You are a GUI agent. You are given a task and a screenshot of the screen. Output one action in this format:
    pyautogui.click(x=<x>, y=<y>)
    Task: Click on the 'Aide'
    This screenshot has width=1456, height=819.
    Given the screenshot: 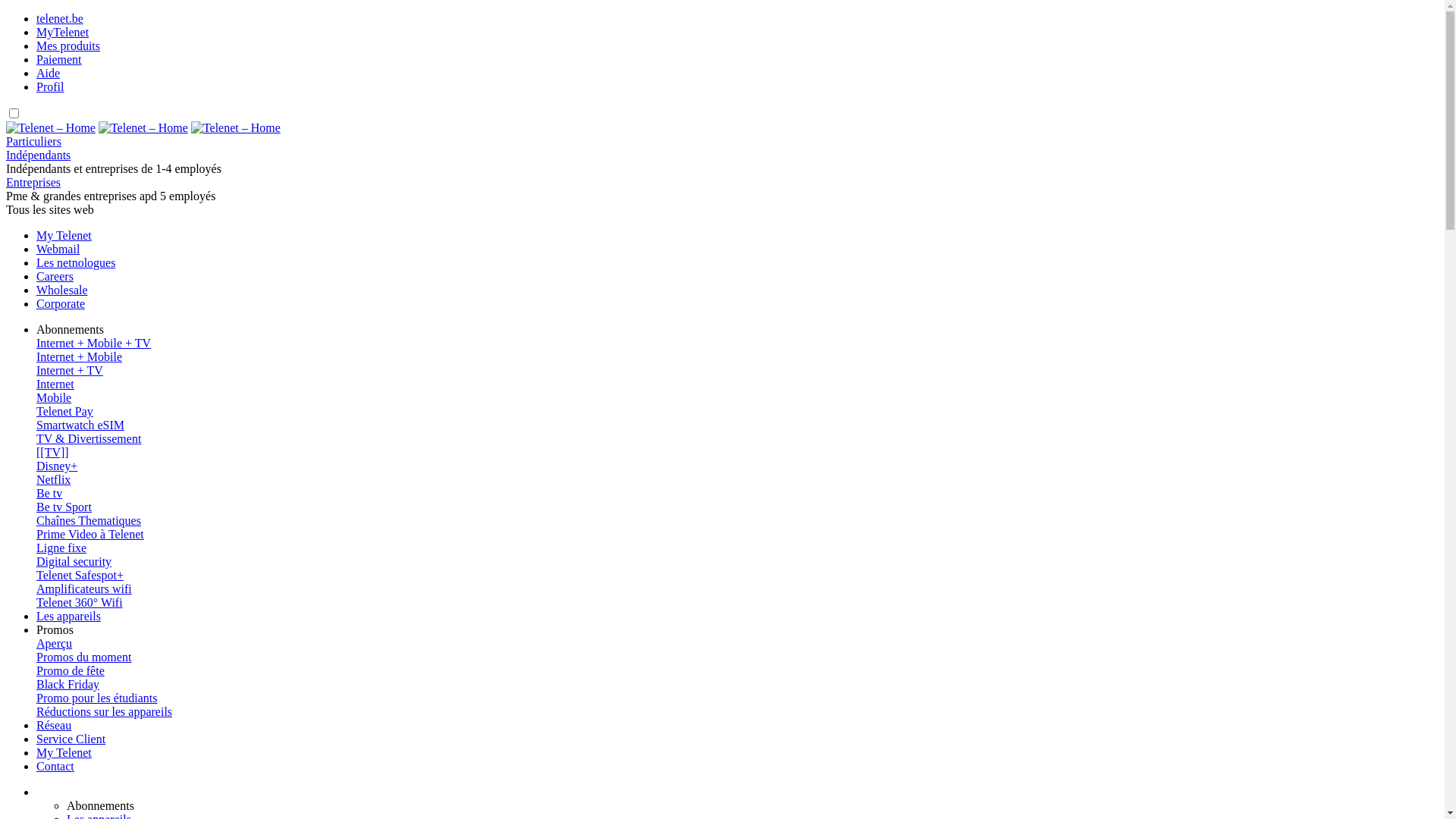 What is the action you would take?
    pyautogui.click(x=48, y=73)
    